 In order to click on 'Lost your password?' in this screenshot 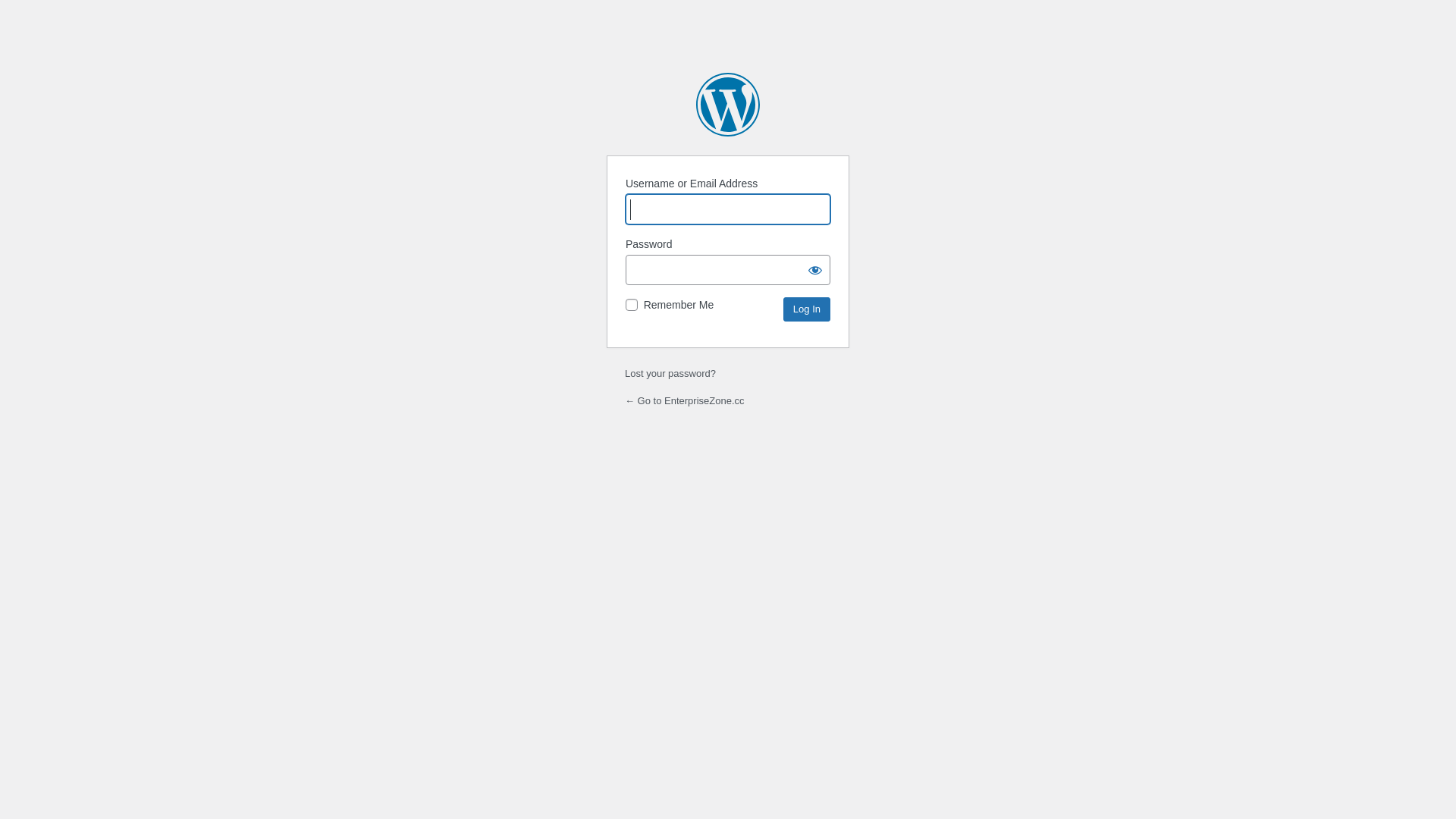, I will do `click(669, 373)`.